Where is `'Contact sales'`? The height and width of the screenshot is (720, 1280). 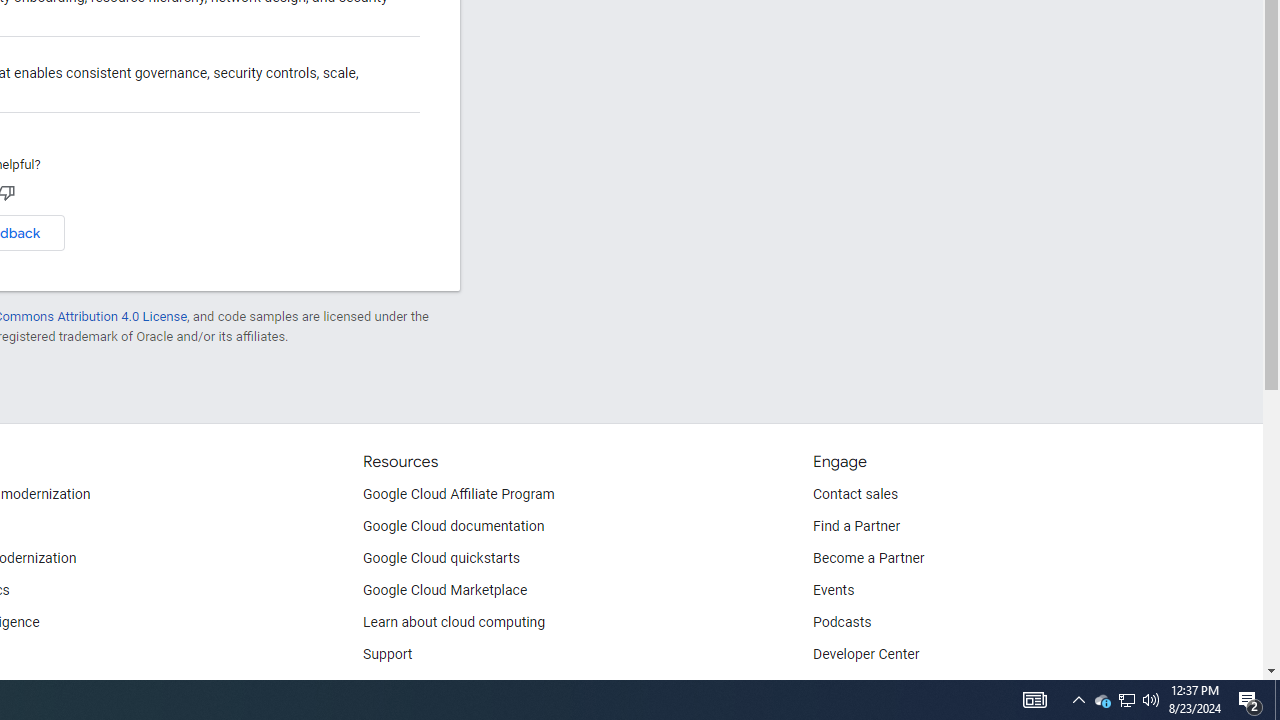
'Contact sales' is located at coordinates (855, 495).